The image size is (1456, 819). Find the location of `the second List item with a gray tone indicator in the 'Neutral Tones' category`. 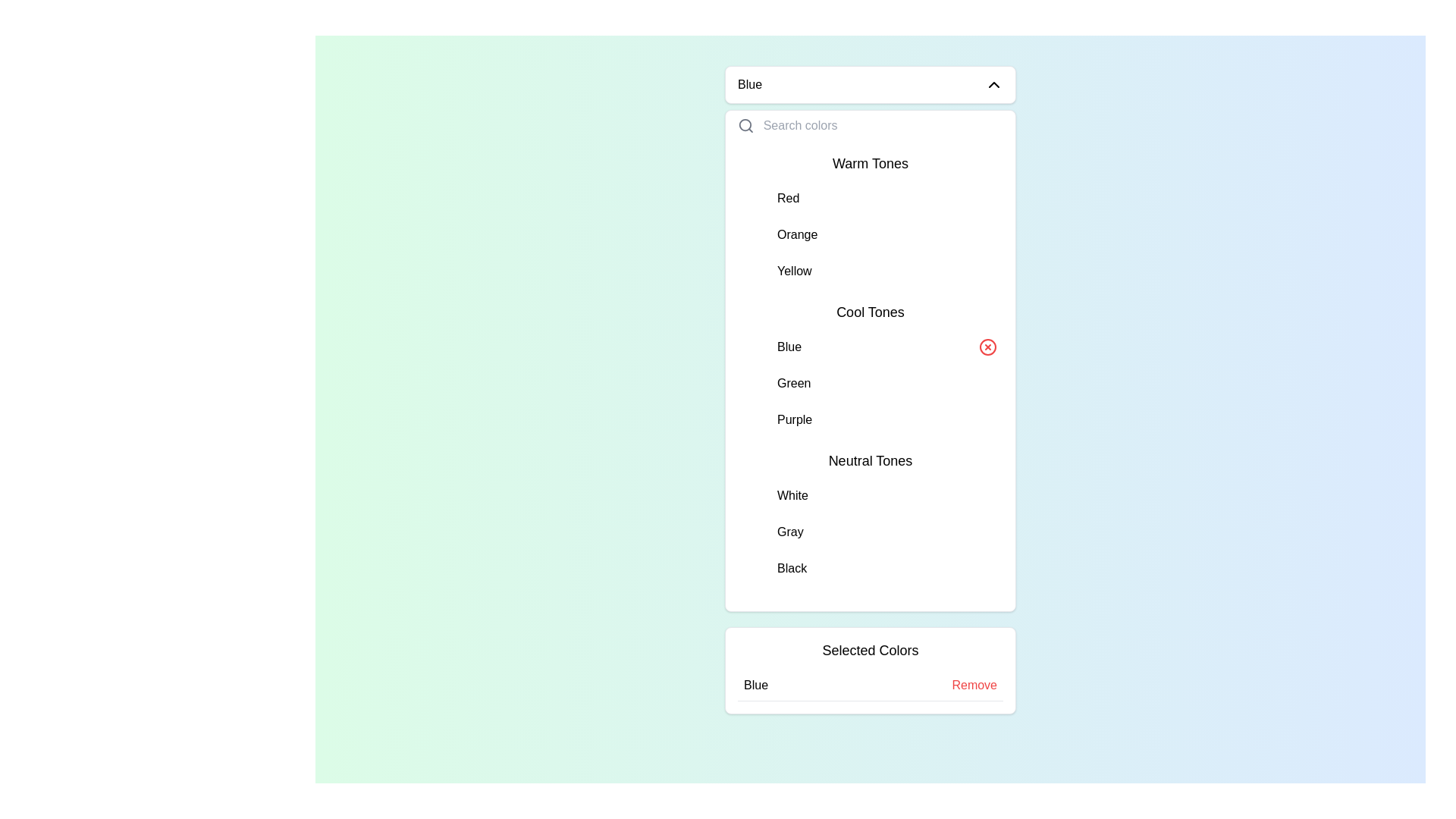

the second List item with a gray tone indicator in the 'Neutral Tones' category is located at coordinates (870, 532).